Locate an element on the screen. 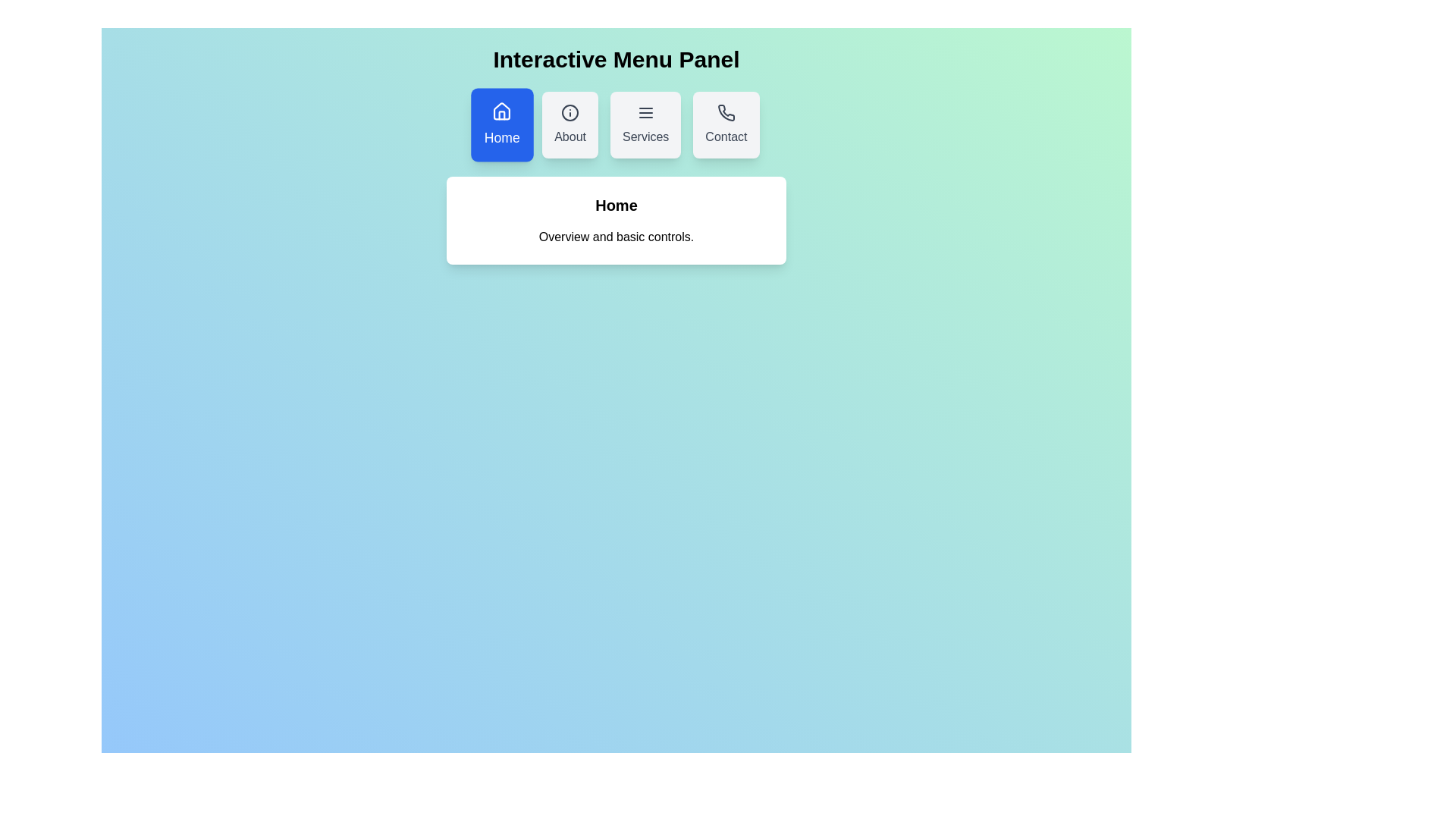 This screenshot has height=819, width=1456. the menu option Contact is located at coordinates (725, 124).